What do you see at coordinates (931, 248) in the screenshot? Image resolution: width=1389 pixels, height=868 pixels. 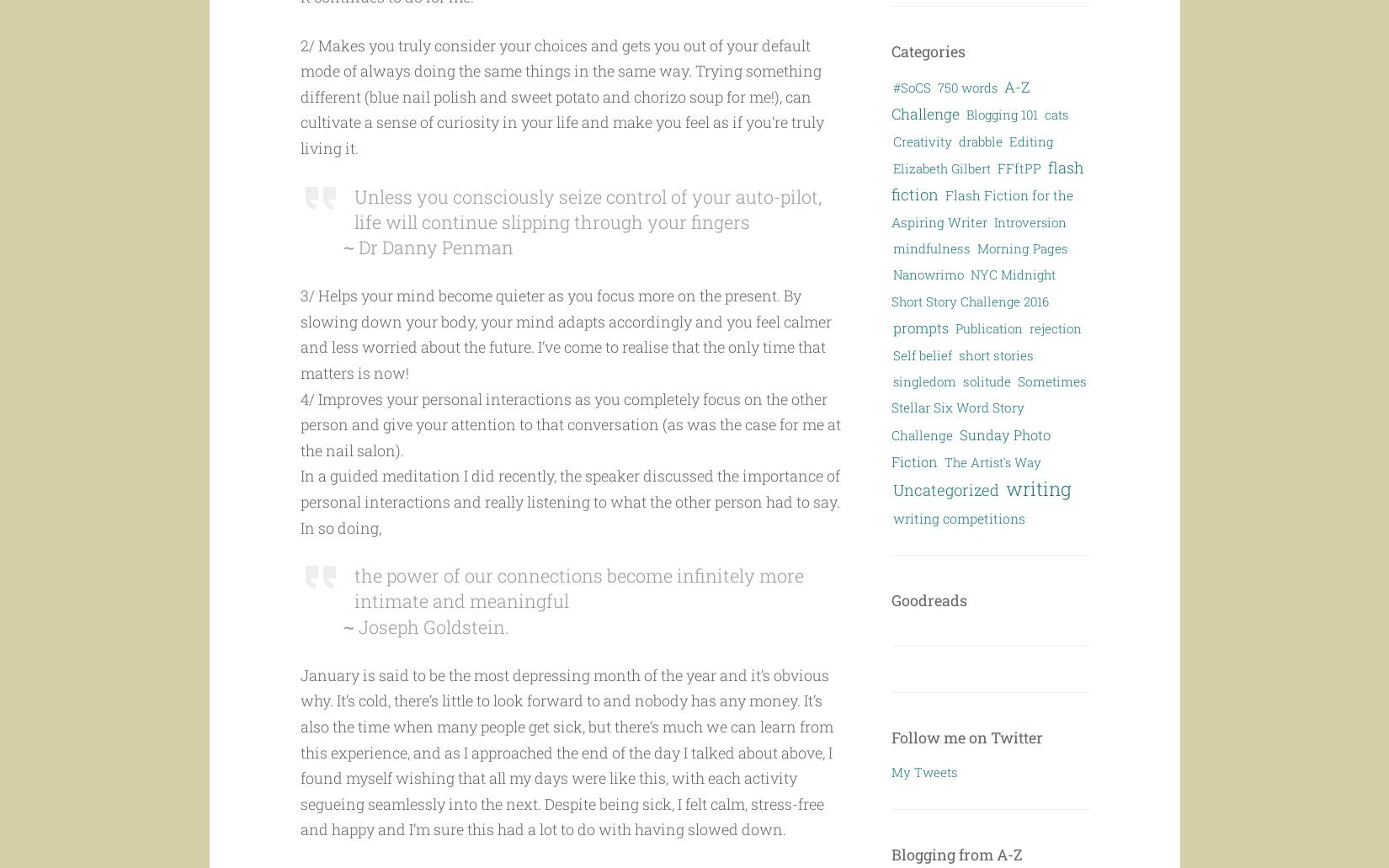 I see `'mindfulness'` at bounding box center [931, 248].